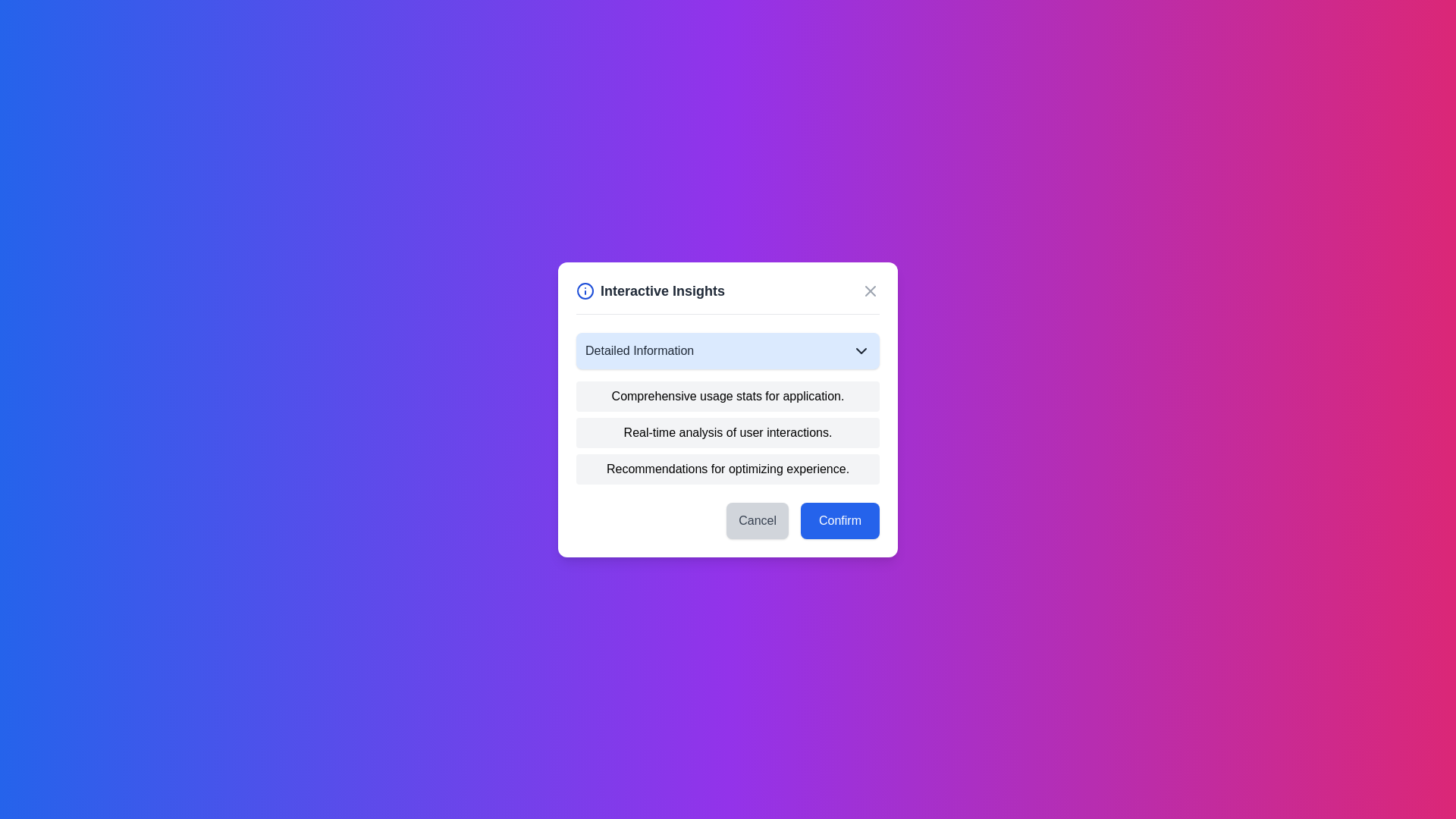 This screenshot has width=1456, height=819. I want to click on the 'Cancel' button, which is a rectangular button with slightly rounded corners, light gray in color and dark gray text, located at the bottom left of the dialog box, so click(758, 519).